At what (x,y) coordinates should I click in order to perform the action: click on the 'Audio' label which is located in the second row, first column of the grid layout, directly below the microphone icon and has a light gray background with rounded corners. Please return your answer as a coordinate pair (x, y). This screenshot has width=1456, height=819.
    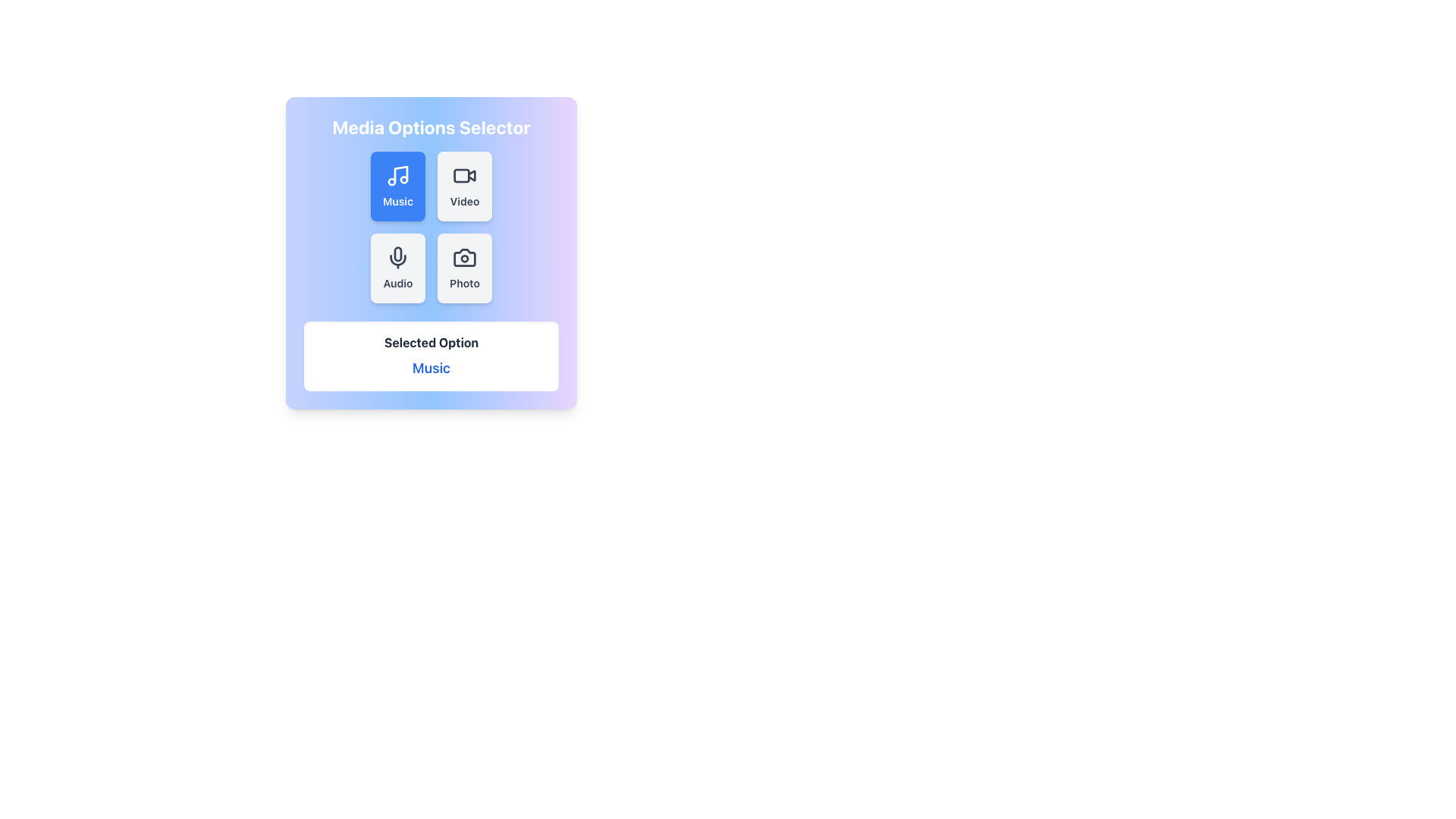
    Looking at the image, I should click on (397, 284).